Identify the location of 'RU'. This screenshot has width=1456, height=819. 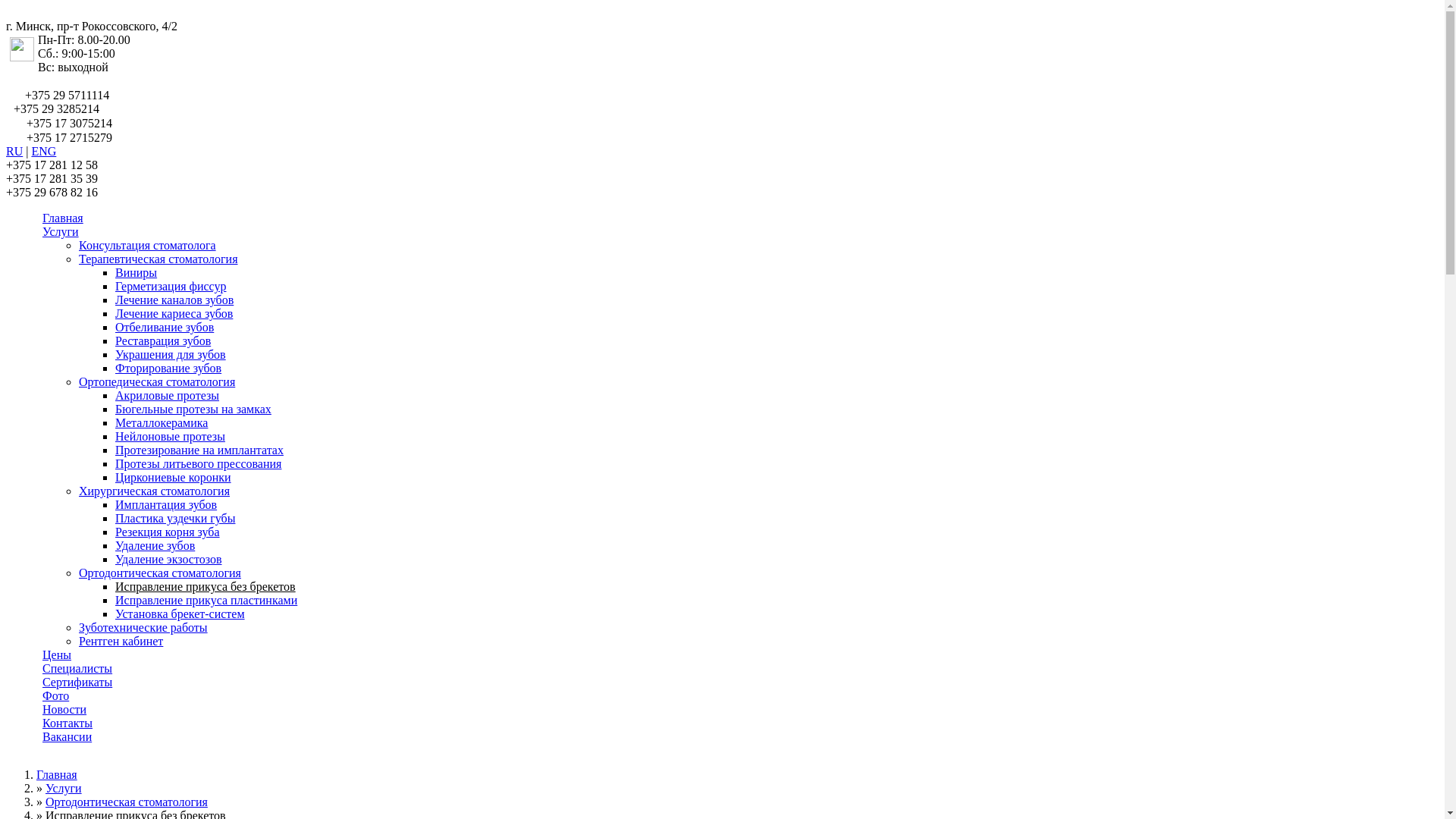
(14, 151).